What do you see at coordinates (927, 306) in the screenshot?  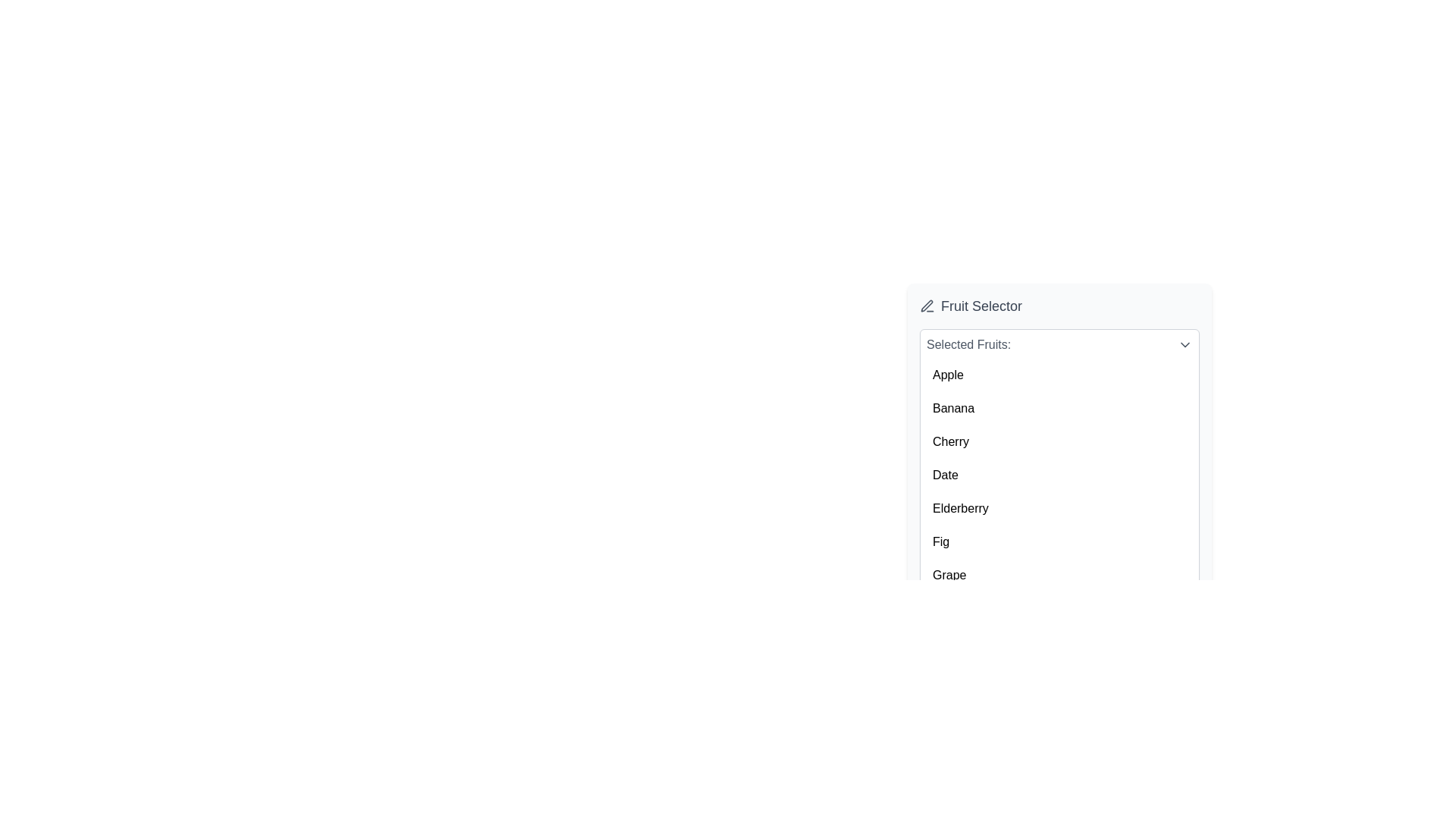 I see `the decorative icon located to the left of the text 'Fruit Selector', which indicates editing or selecting functionality` at bounding box center [927, 306].